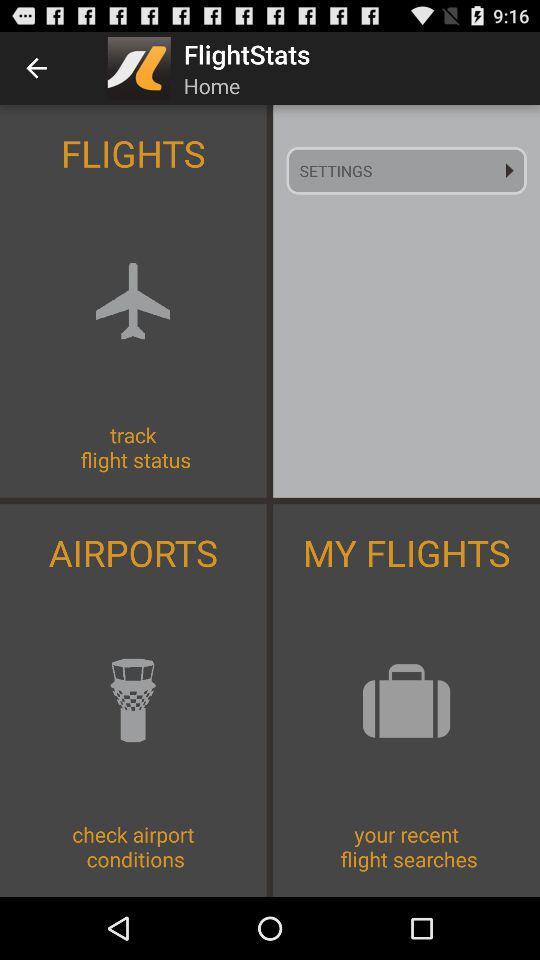 Image resolution: width=540 pixels, height=960 pixels. What do you see at coordinates (36, 68) in the screenshot?
I see `the item above the flights` at bounding box center [36, 68].